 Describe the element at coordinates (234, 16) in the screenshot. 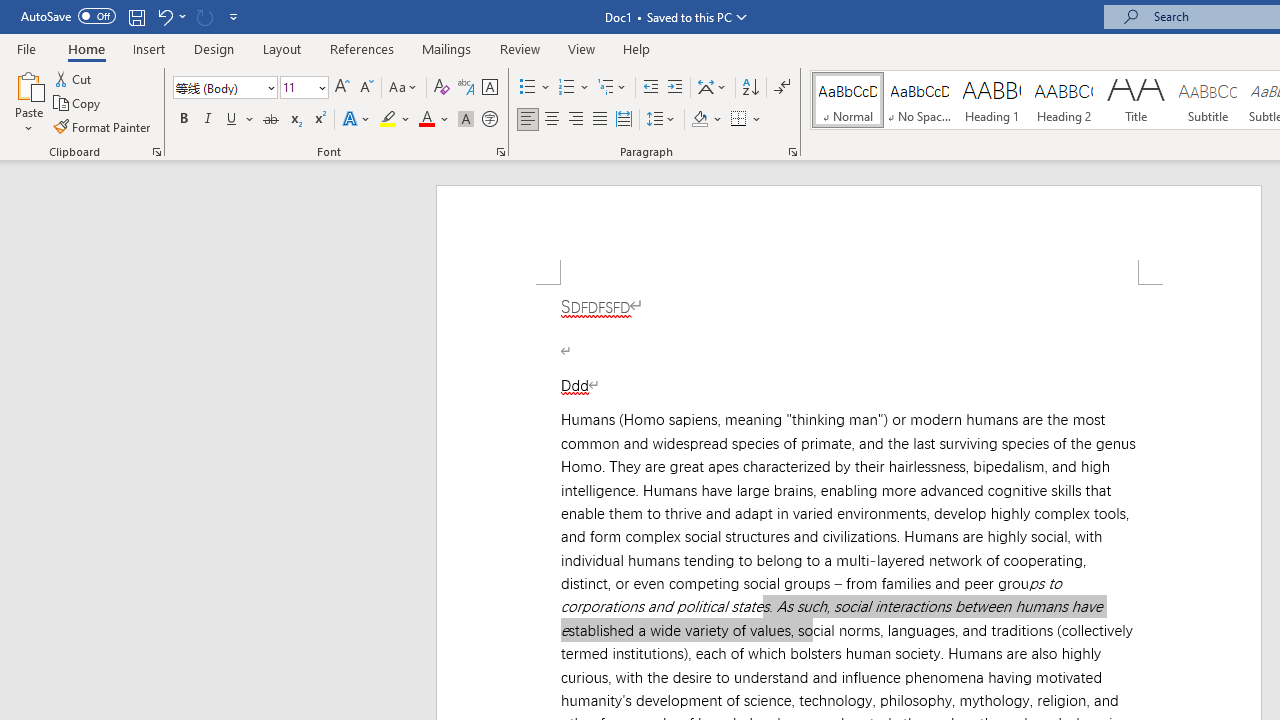

I see `'Customize Quick Access Toolbar'` at that location.